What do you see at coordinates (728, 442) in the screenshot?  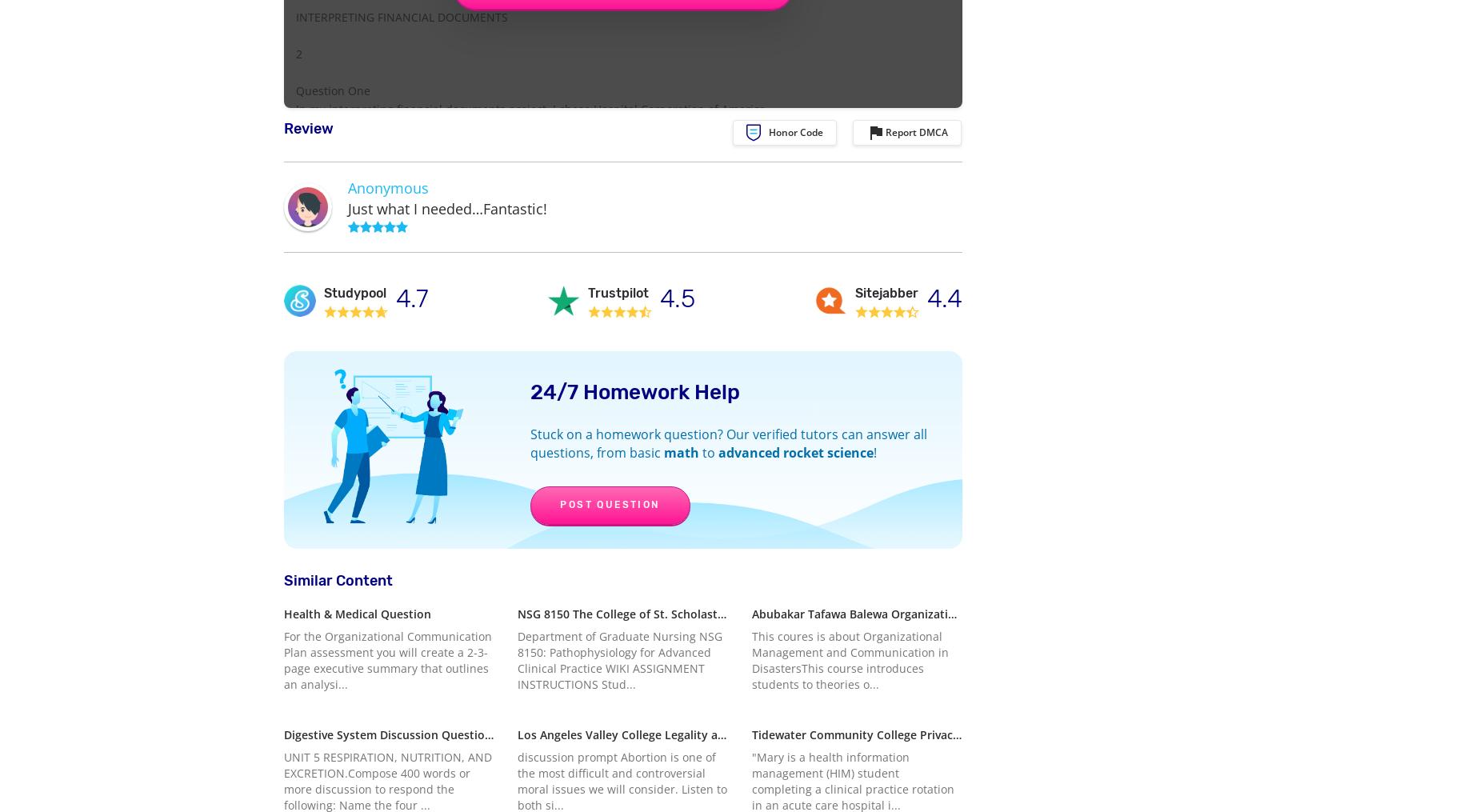 I see `'Stuck on a homework question? Our verified tutors can answer all questions, from basic'` at bounding box center [728, 442].